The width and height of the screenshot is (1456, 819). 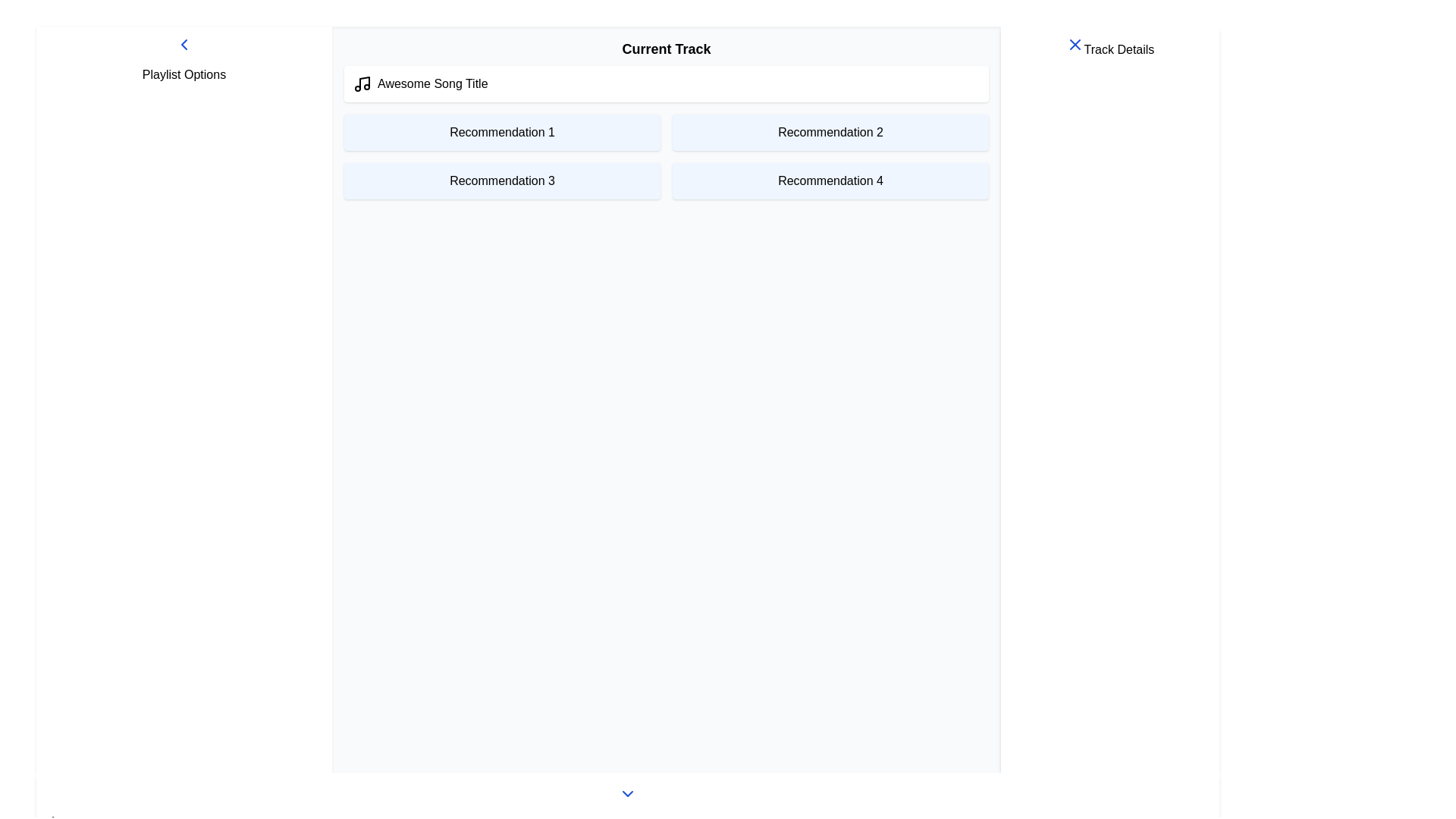 What do you see at coordinates (830, 131) in the screenshot?
I see `the Static text card labeled 'Recommendation 2', which is a light blue rectangular card with rounded corners located in the top row, second column of a grid layout` at bounding box center [830, 131].